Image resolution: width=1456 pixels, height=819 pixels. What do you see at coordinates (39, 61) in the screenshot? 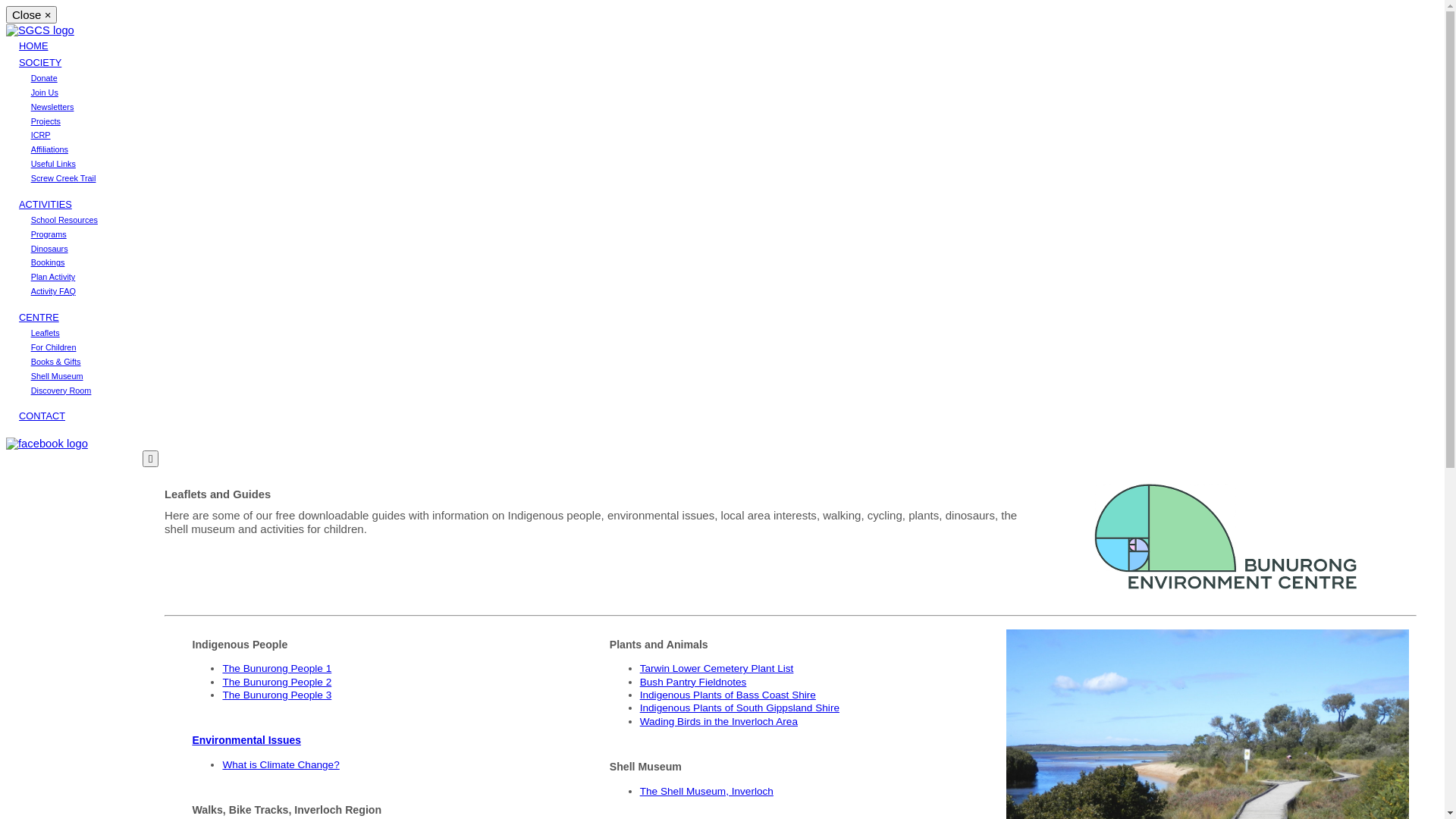
I see `'SOCIETY'` at bounding box center [39, 61].